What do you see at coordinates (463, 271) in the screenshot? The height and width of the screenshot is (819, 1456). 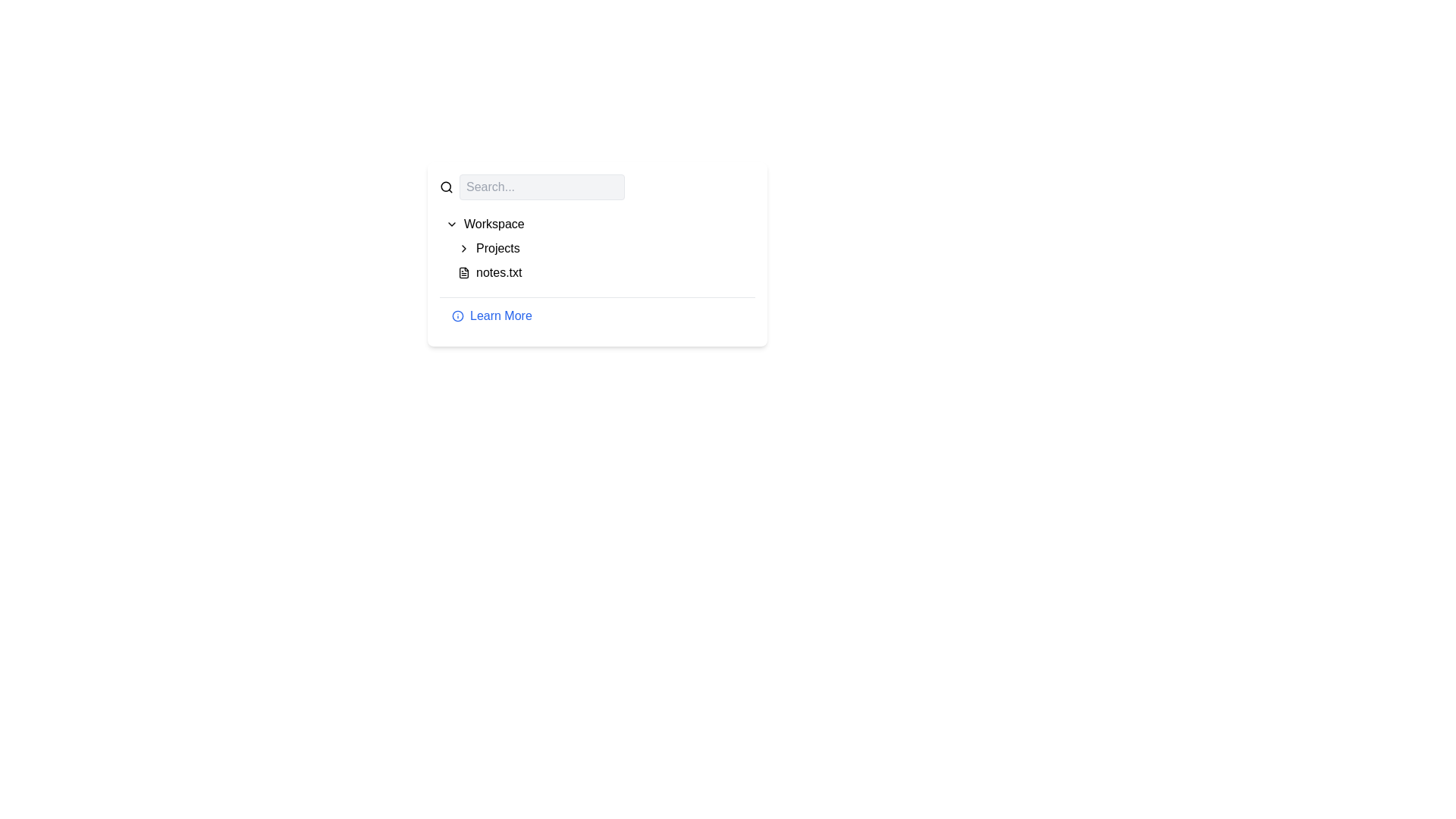 I see `the file icon representing 'notes.txt' located to the left of the text label in the interface` at bounding box center [463, 271].